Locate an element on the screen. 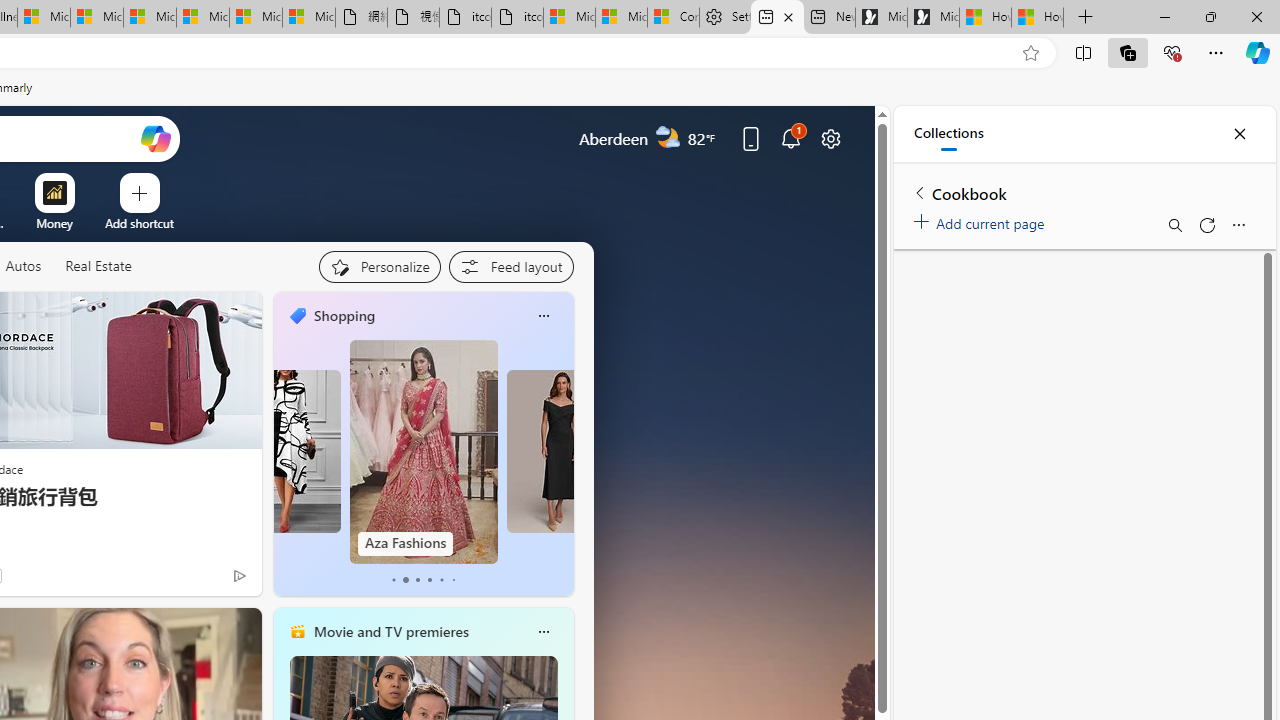  'tab-5' is located at coordinates (452, 579).